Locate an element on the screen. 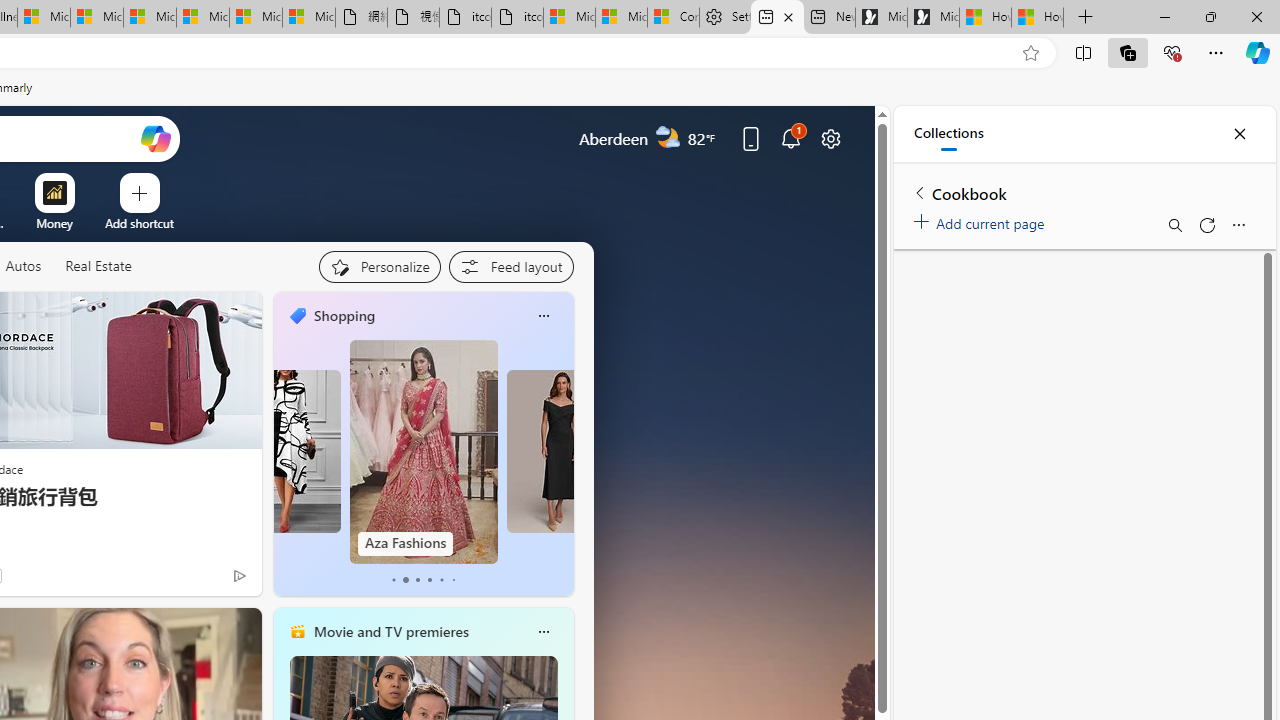  'tab-5' is located at coordinates (452, 579).